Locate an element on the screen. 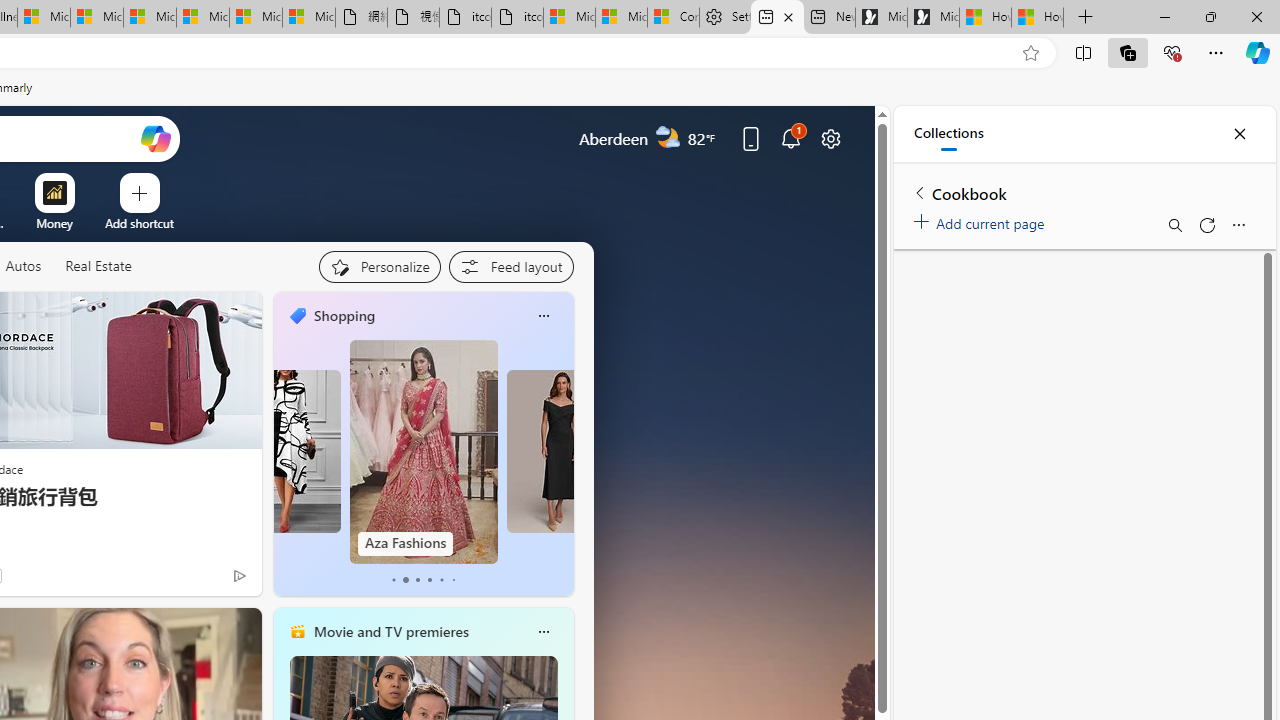  'tab-5' is located at coordinates (452, 579).